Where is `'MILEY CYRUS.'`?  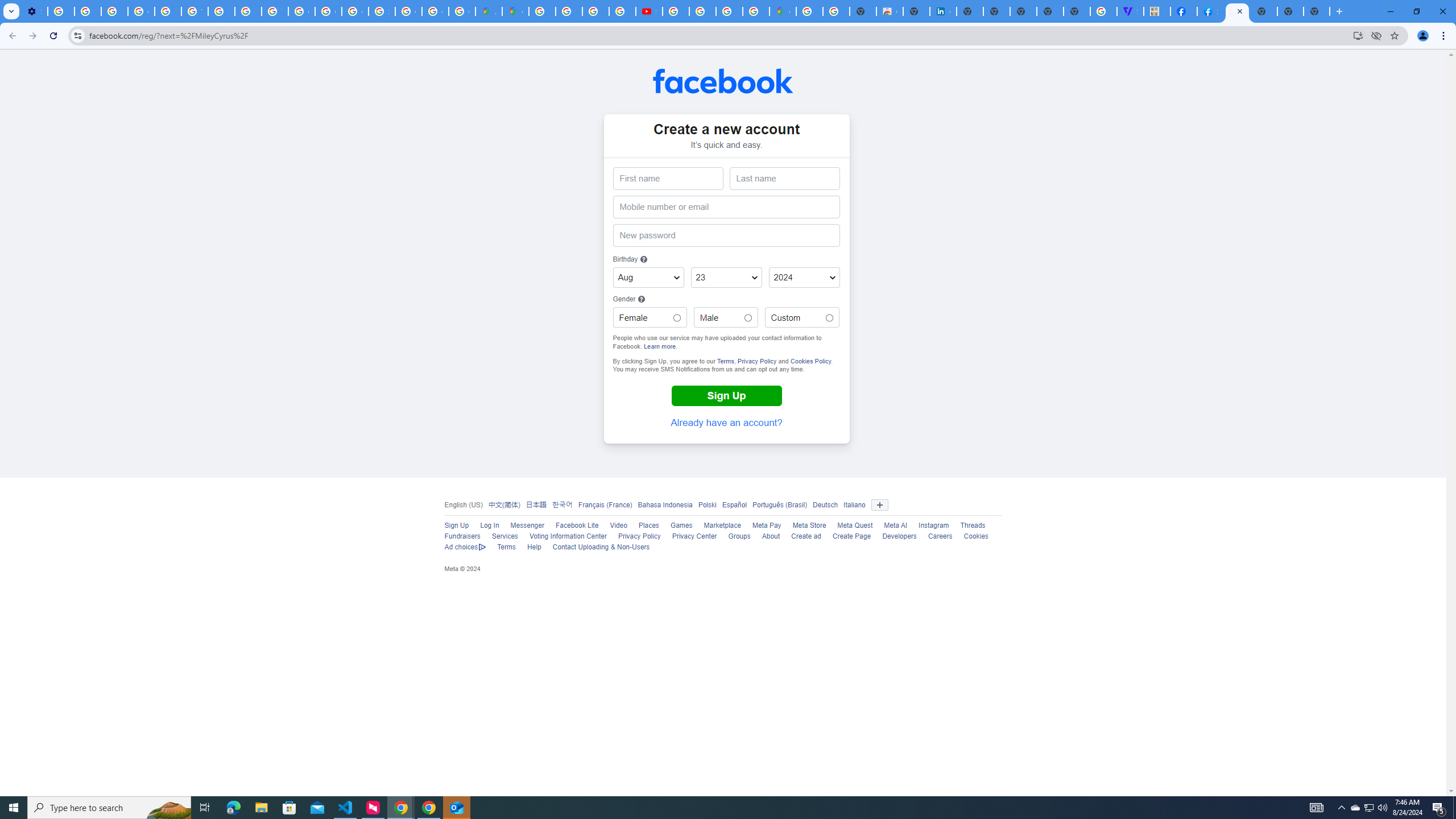
'MILEY CYRUS.' is located at coordinates (1156, 11).